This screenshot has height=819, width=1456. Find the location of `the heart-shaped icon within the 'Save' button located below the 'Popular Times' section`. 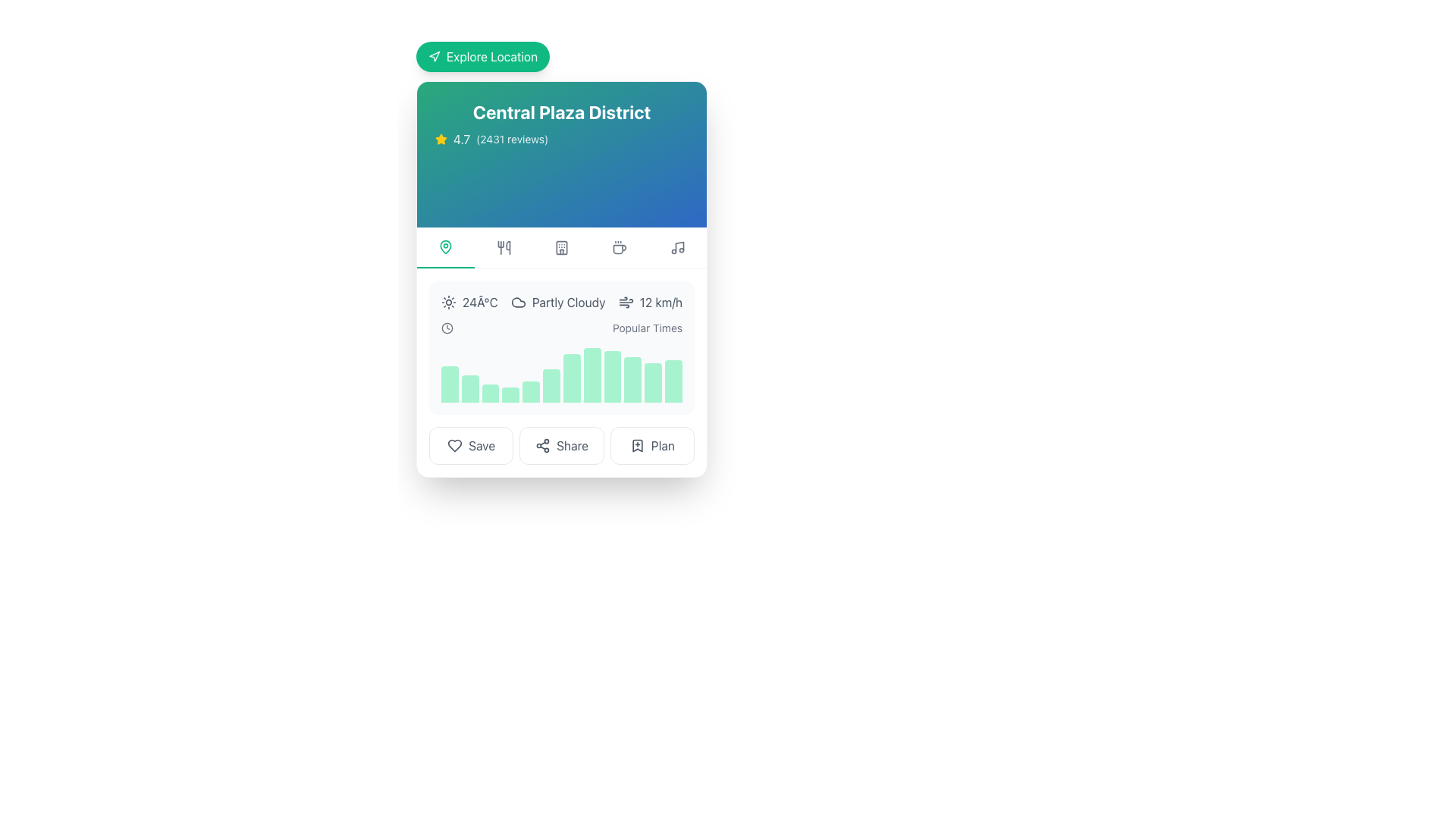

the heart-shaped icon within the 'Save' button located below the 'Popular Times' section is located at coordinates (454, 444).